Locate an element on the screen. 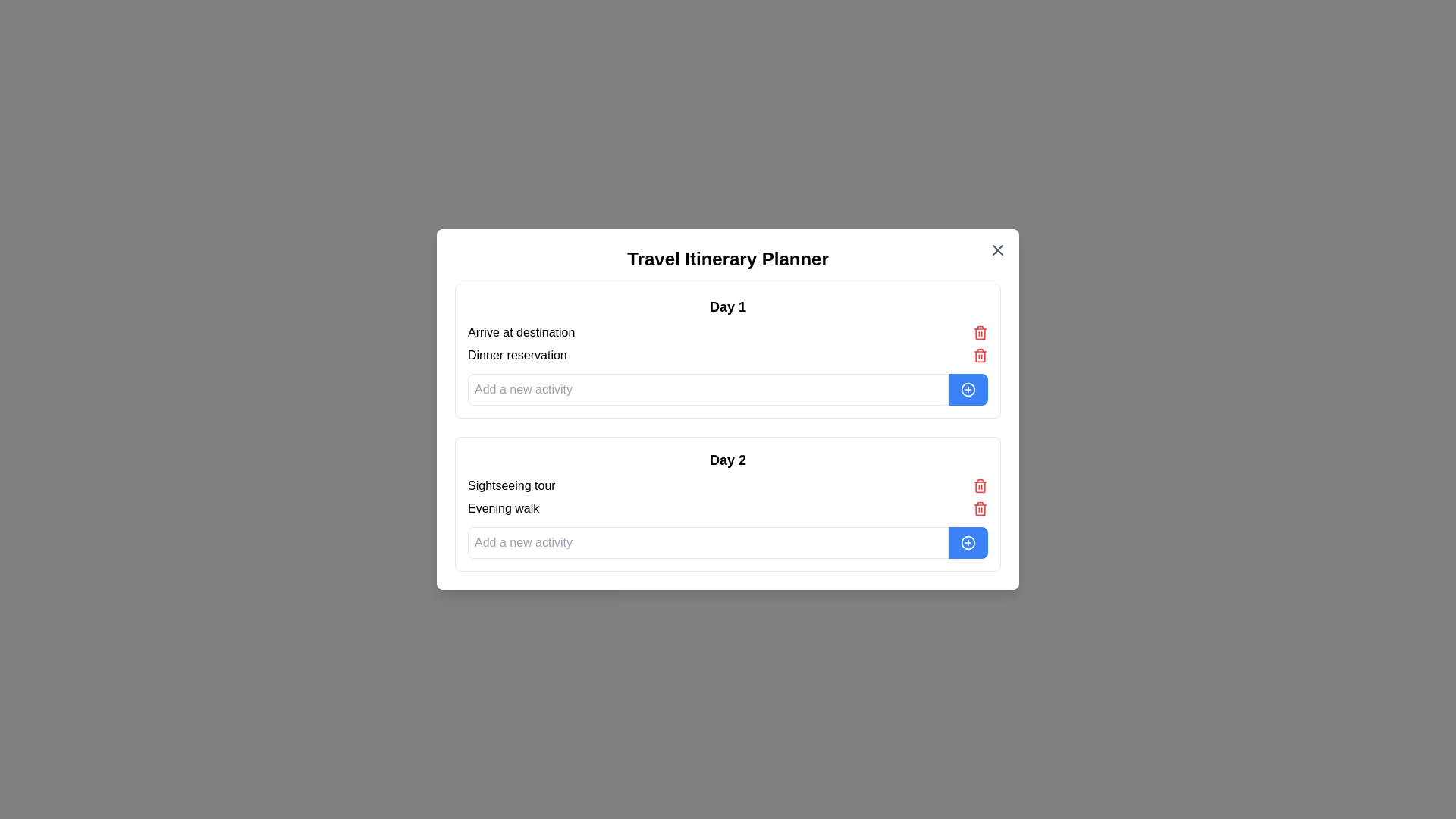 The width and height of the screenshot is (1456, 819). the bold, large-sized header text reading 'Day 2' located at the top of the Day 2 section in the travel itinerary planner interface is located at coordinates (728, 459).